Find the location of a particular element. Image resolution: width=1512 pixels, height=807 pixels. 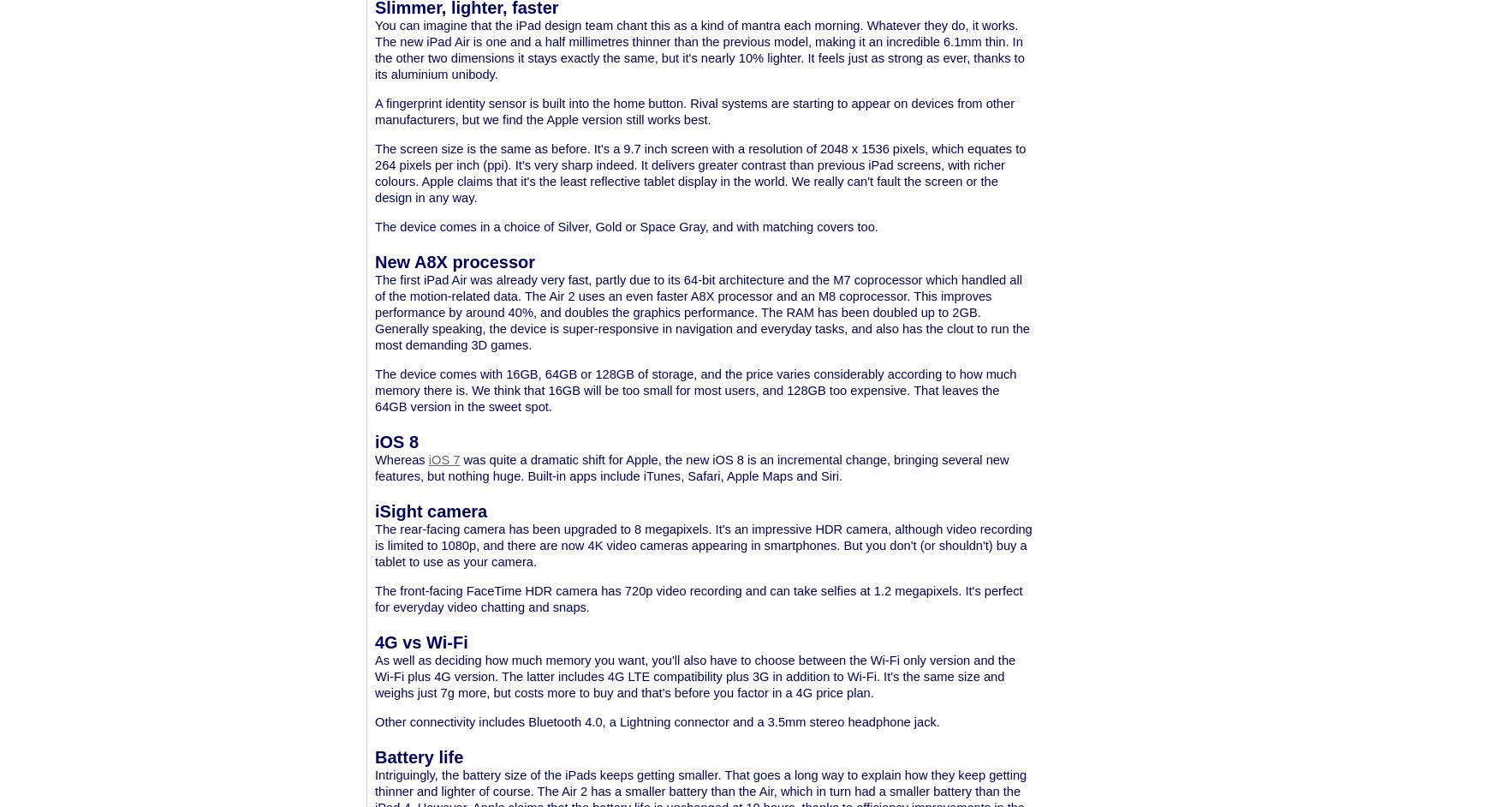

'As well as deciding how much memory you want, you'll also have to choose between the Wi-Fi only version and the Wi-Fi plus 4G version. The latter includes 4G LTE compatibility plus 3G in addition to Wi-Fi. It's the same size and weighs just 7g more, but costs more to buy and that's before you factor in a 4G price plan.' is located at coordinates (695, 676).